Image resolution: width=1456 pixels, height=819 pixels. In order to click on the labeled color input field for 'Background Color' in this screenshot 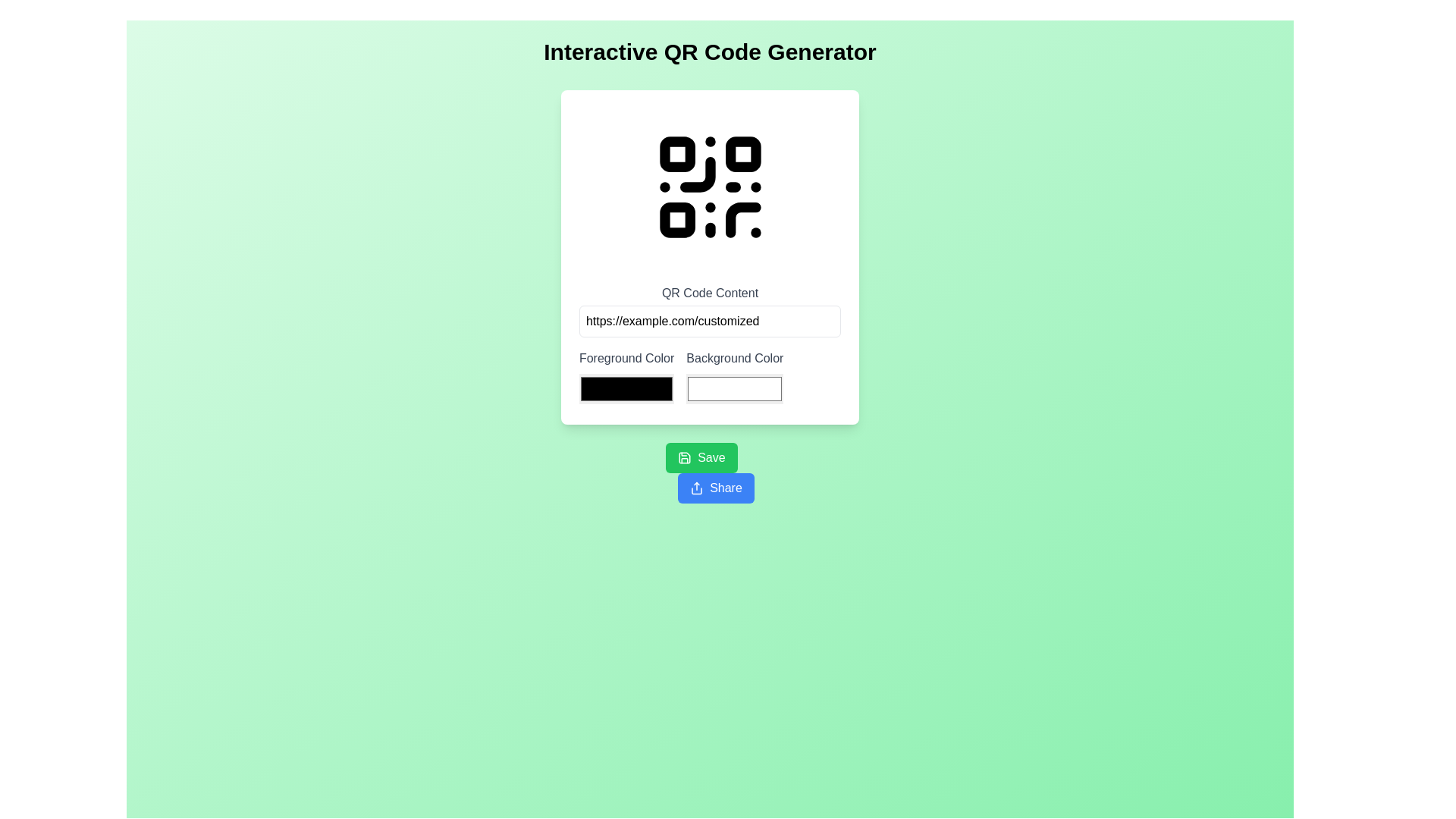, I will do `click(735, 377)`.